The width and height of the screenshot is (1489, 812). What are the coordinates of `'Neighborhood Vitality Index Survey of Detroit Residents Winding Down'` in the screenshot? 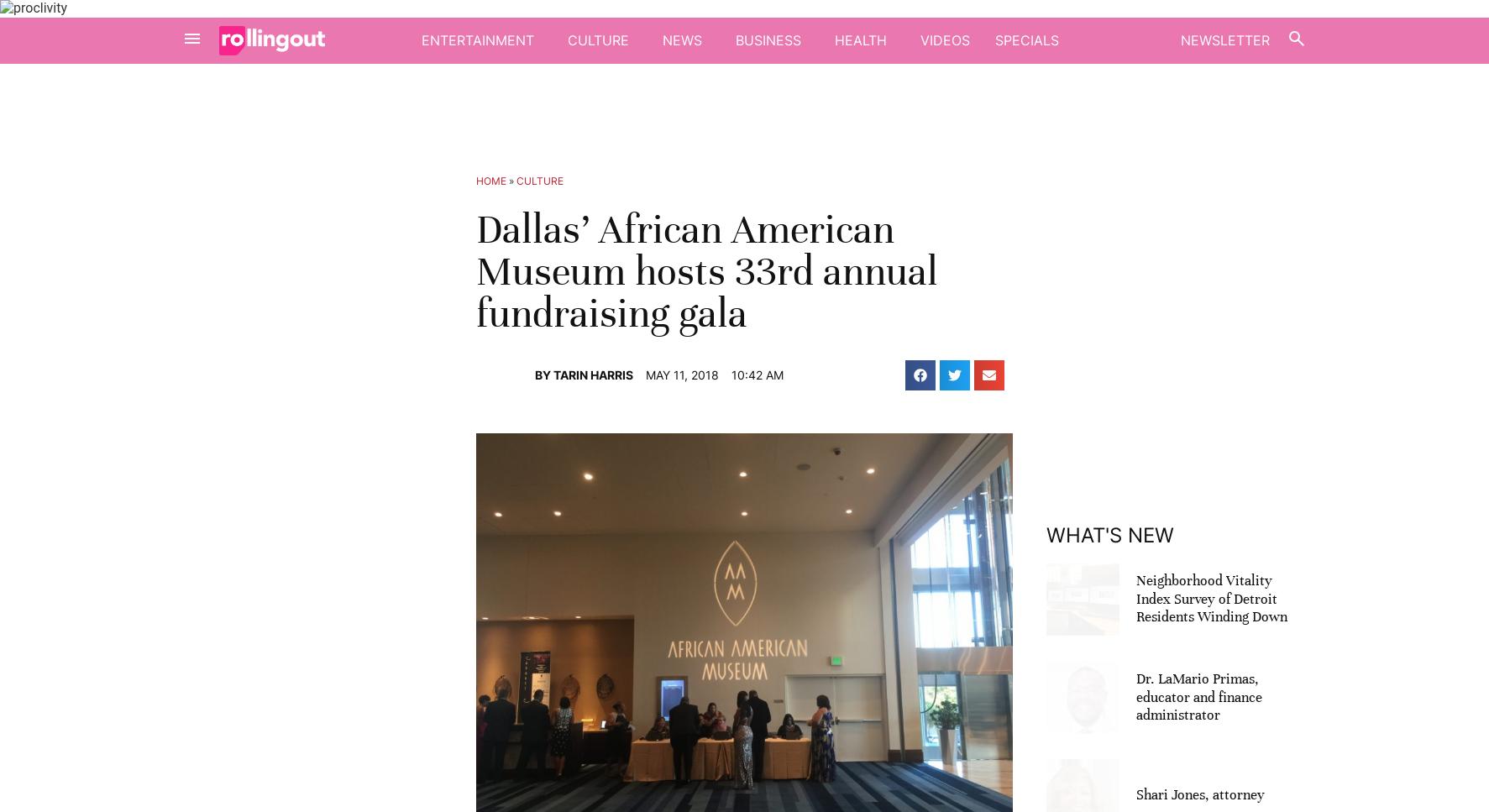 It's located at (1211, 597).